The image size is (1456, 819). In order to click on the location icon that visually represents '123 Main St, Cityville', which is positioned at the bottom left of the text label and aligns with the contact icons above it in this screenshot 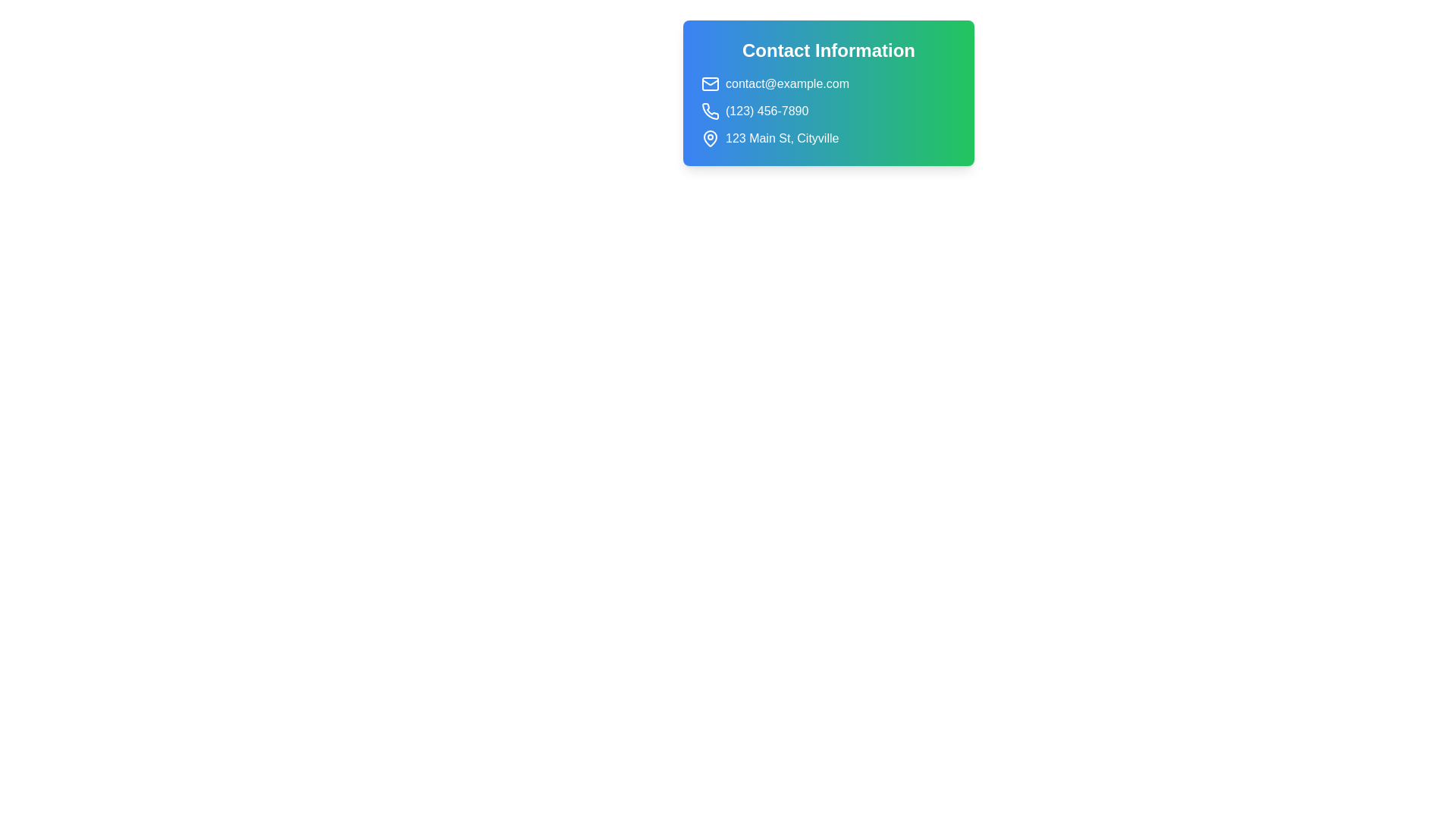, I will do `click(709, 137)`.